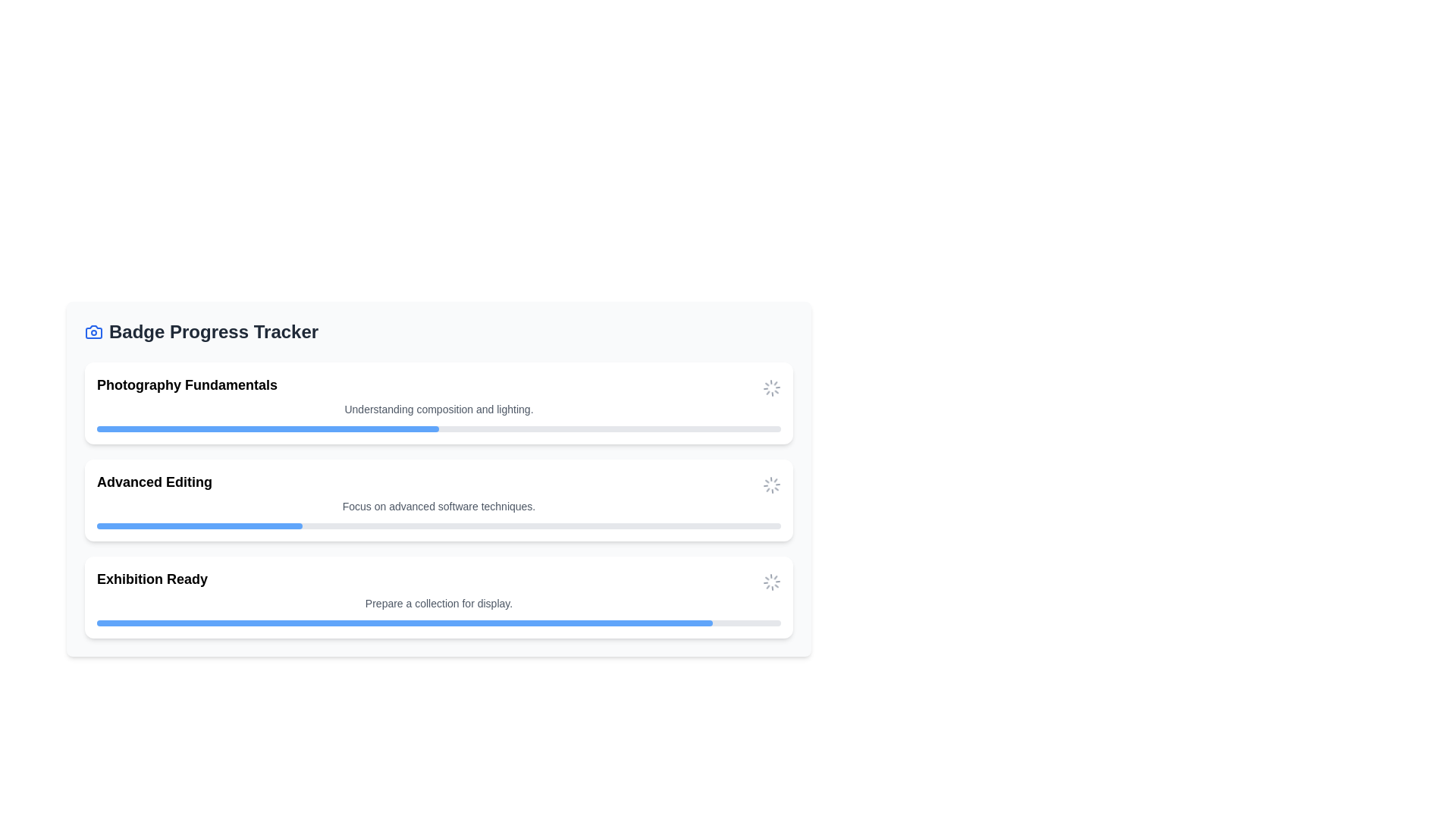 The height and width of the screenshot is (819, 1456). What do you see at coordinates (771, 581) in the screenshot?
I see `the spinning loader icon located to the far right of the text 'Exhibition Ready', which indicates ongoing activity` at bounding box center [771, 581].